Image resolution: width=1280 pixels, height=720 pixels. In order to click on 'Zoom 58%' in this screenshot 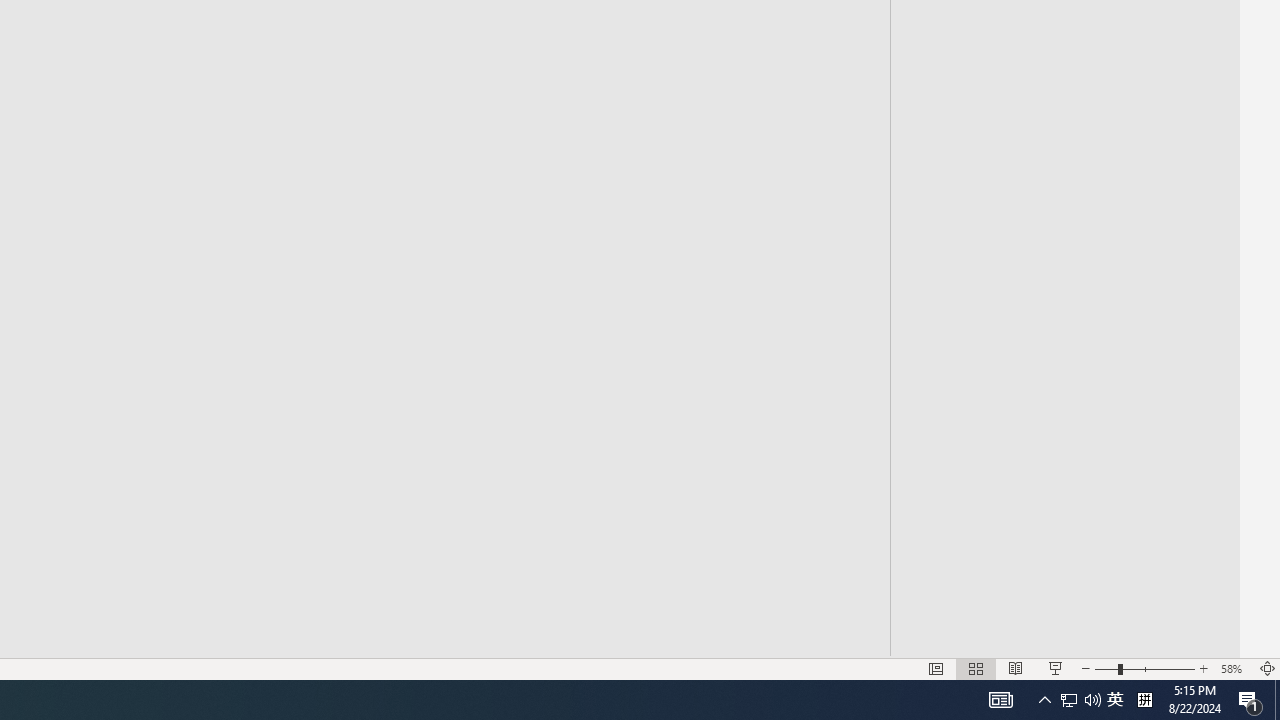, I will do `click(1233, 669)`.